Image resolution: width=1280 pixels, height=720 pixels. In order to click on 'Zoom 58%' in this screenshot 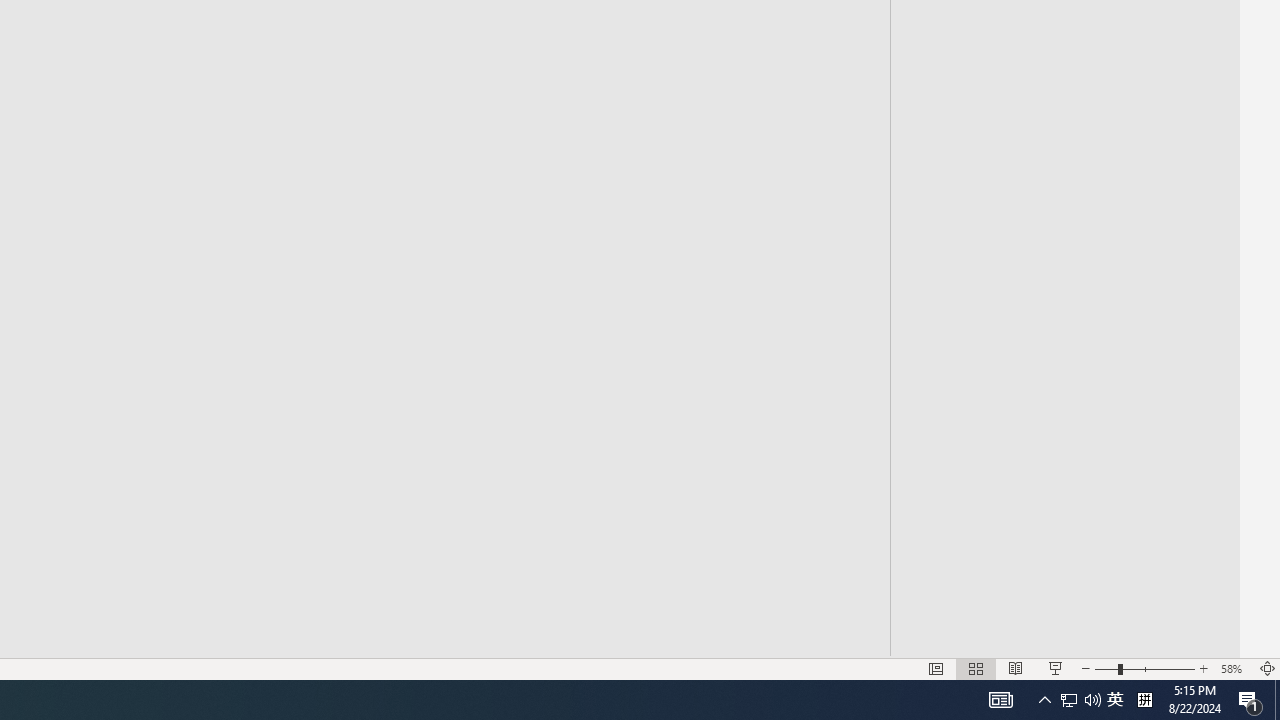, I will do `click(1233, 669)`.